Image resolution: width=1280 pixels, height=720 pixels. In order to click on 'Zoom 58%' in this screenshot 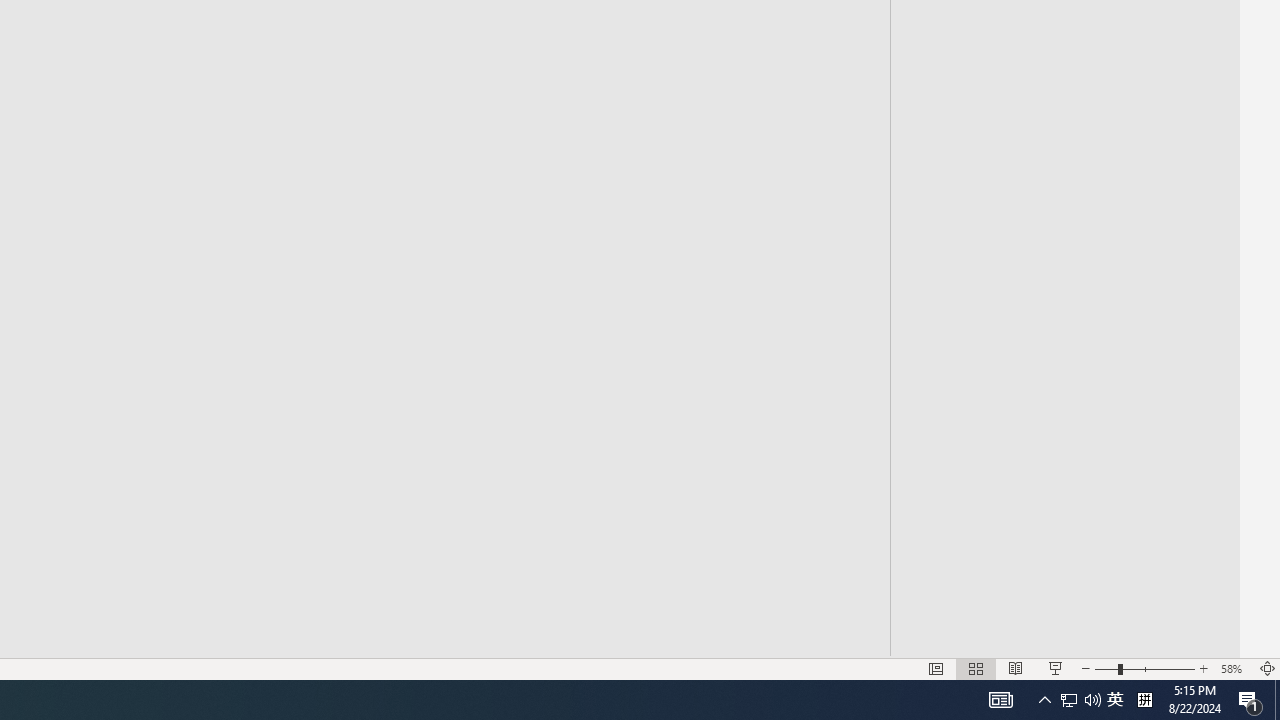, I will do `click(1233, 669)`.